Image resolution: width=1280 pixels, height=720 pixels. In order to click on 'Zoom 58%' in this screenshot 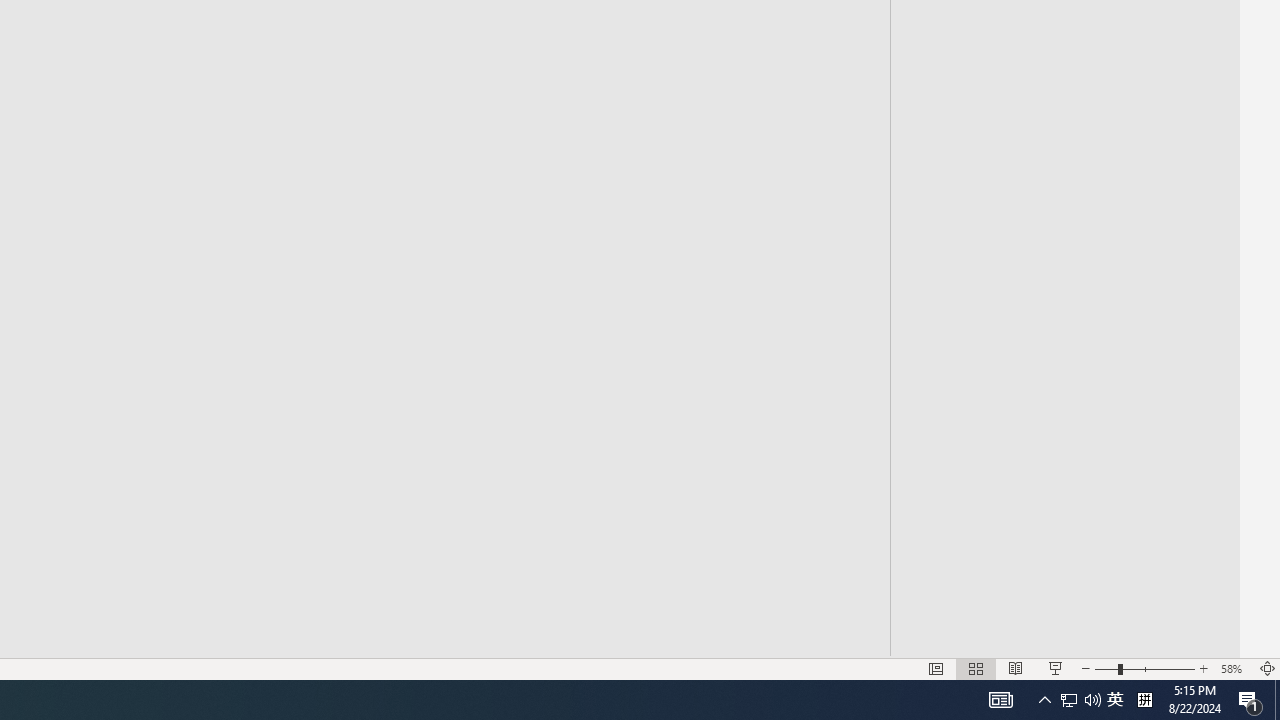, I will do `click(1233, 669)`.